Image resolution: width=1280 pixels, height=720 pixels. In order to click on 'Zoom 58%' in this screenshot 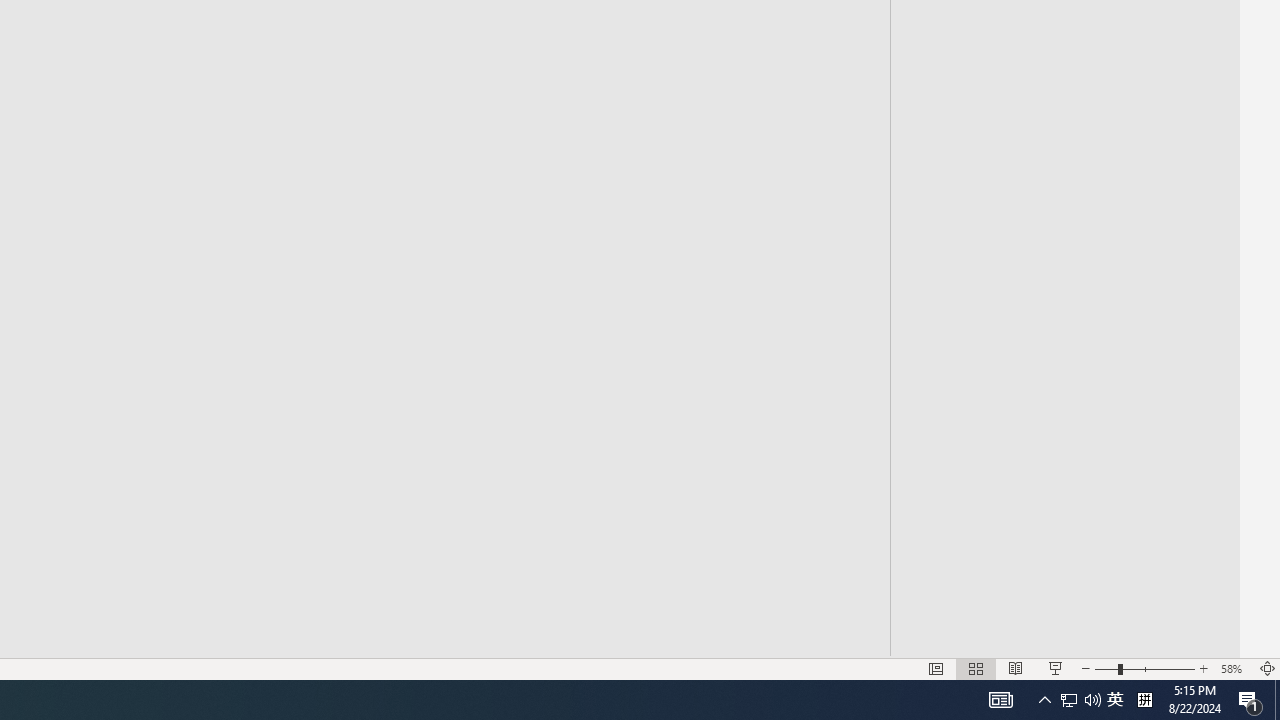, I will do `click(1233, 669)`.